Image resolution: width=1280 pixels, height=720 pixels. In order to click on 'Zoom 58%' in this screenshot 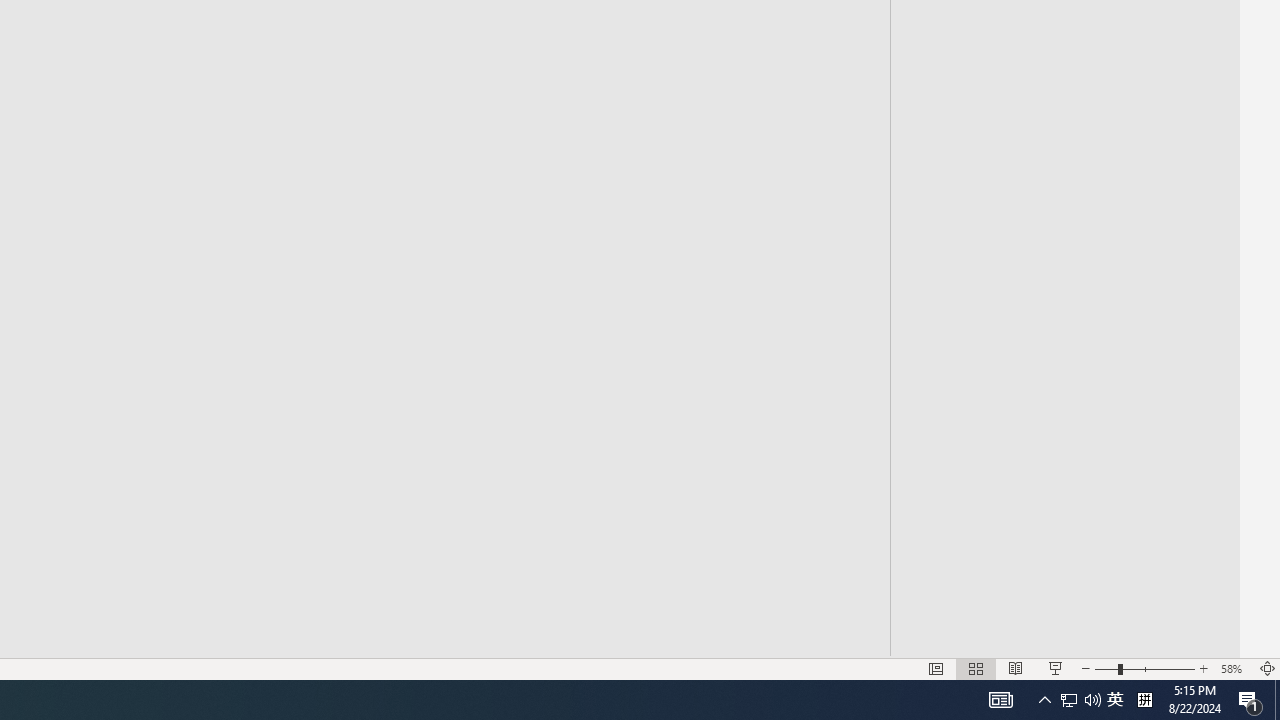, I will do `click(1233, 669)`.